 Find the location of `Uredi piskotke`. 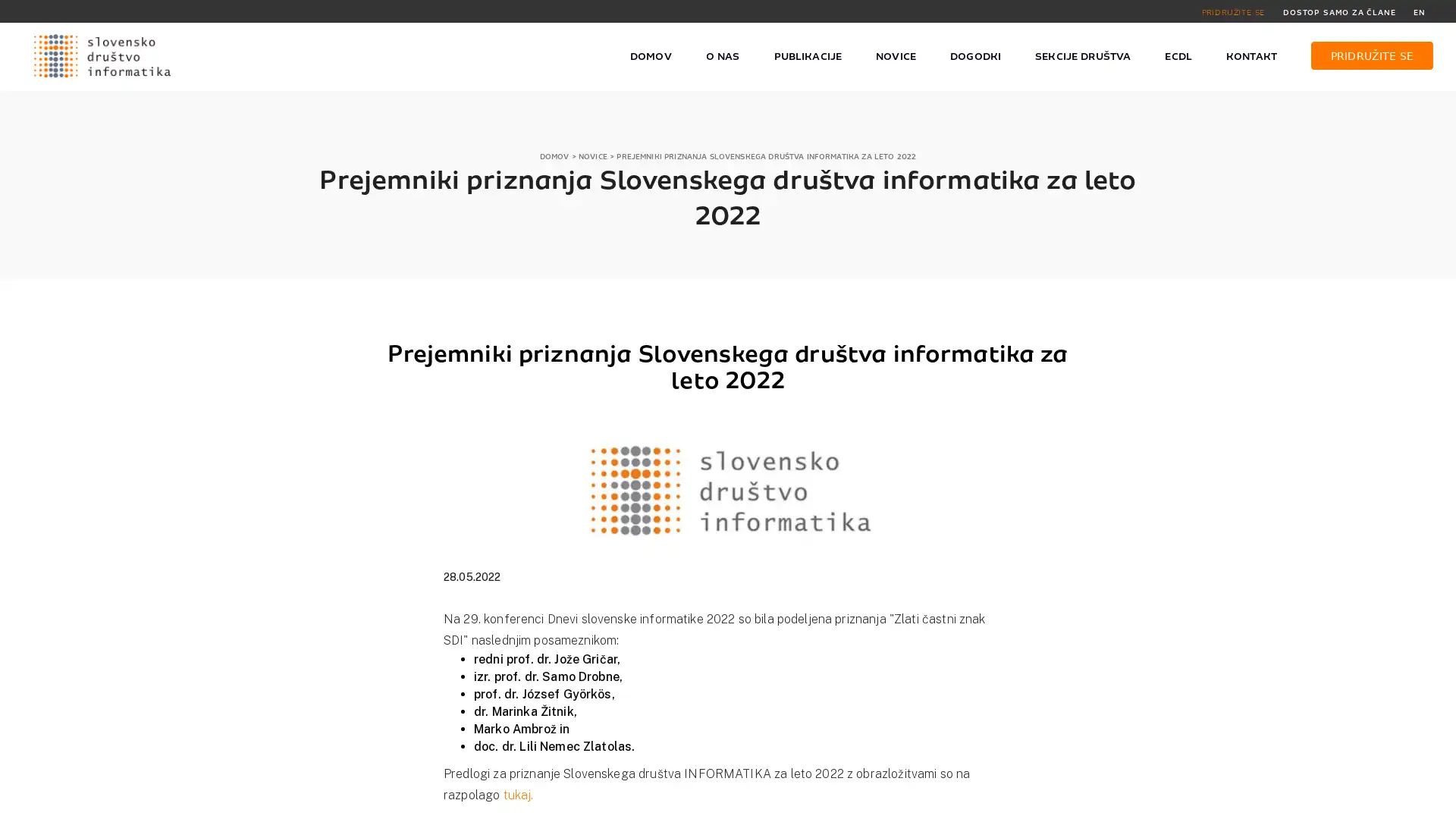

Uredi piskotke is located at coordinates (1077, 799).